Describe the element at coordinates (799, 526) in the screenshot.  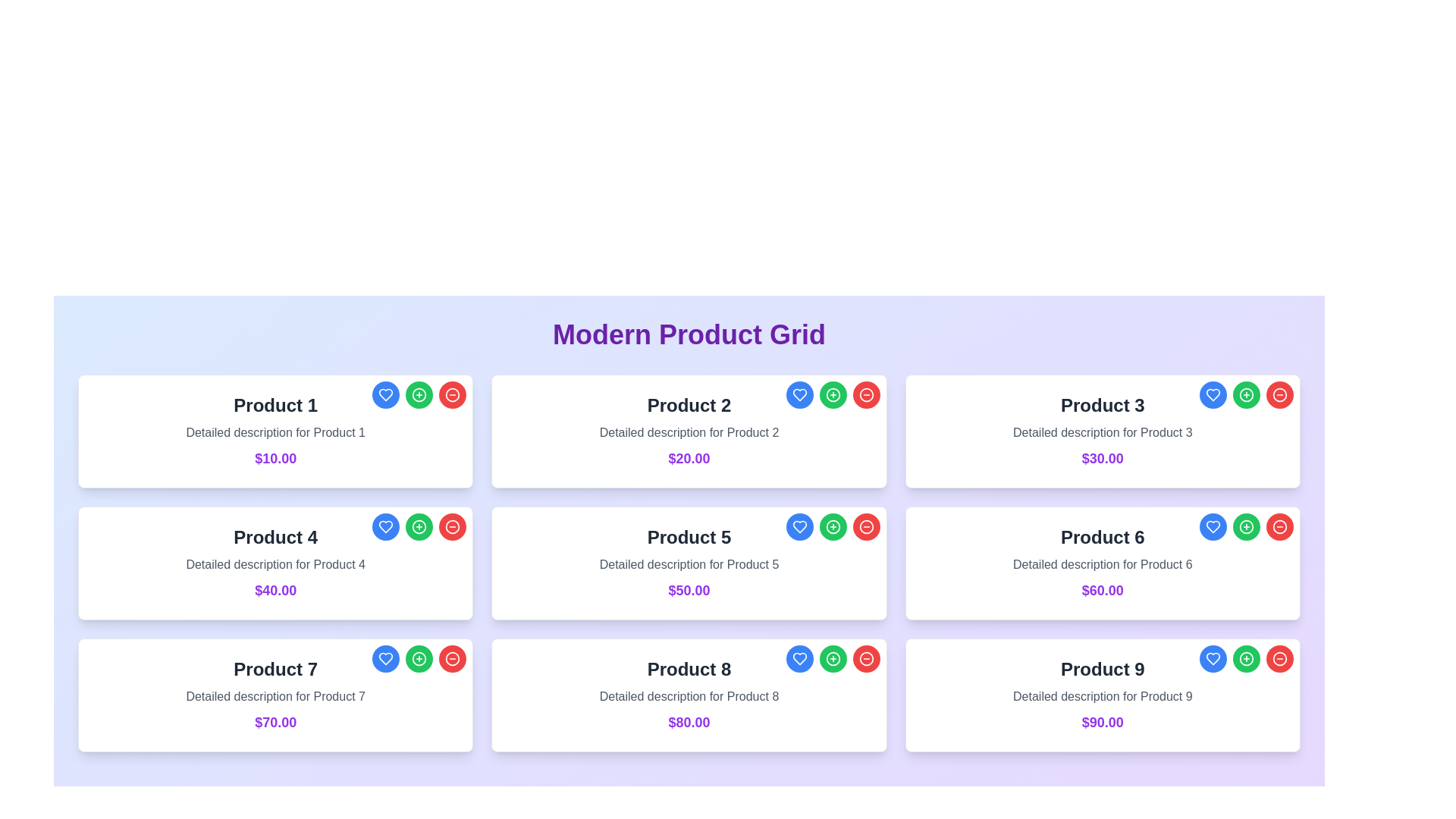
I see `the heart-shaped outline icon with a blue background located at the top right of the 'Product 5' card` at that location.